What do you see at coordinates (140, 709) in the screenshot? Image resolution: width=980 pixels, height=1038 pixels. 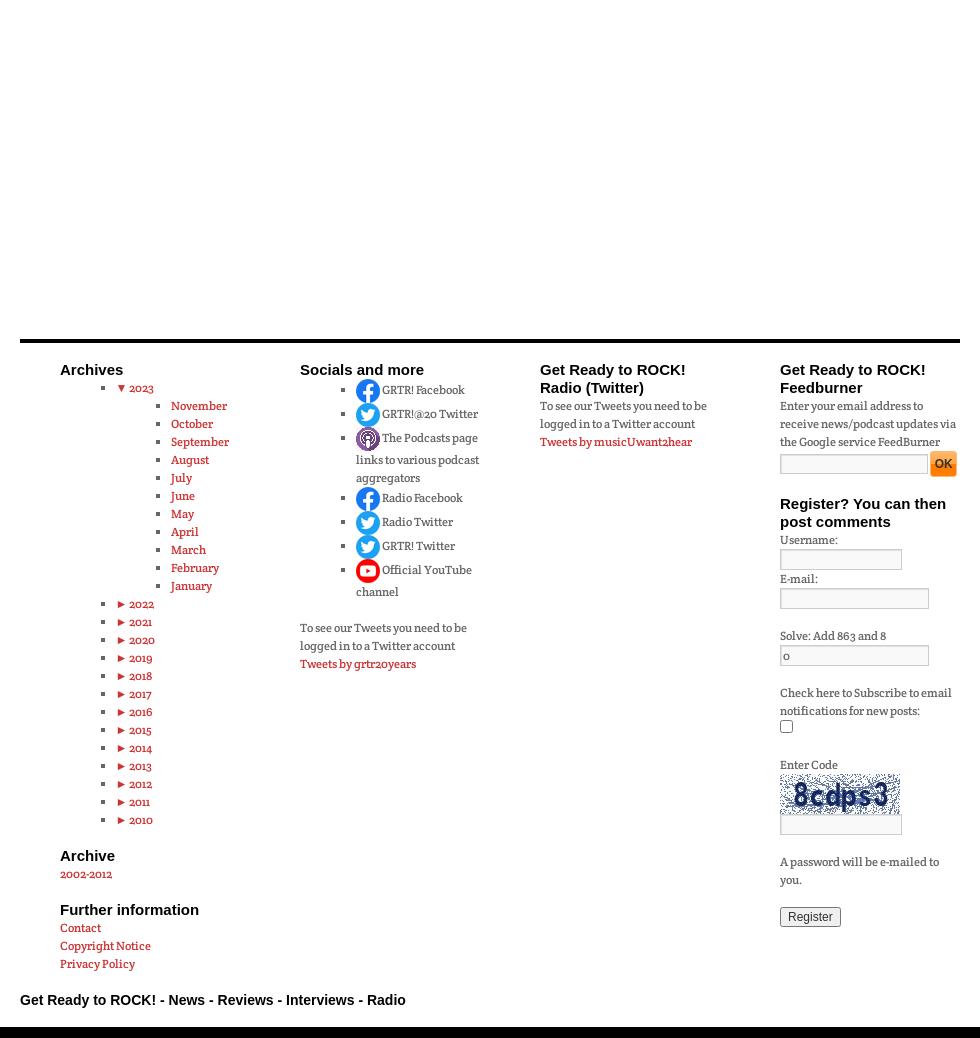 I see `'2016'` at bounding box center [140, 709].